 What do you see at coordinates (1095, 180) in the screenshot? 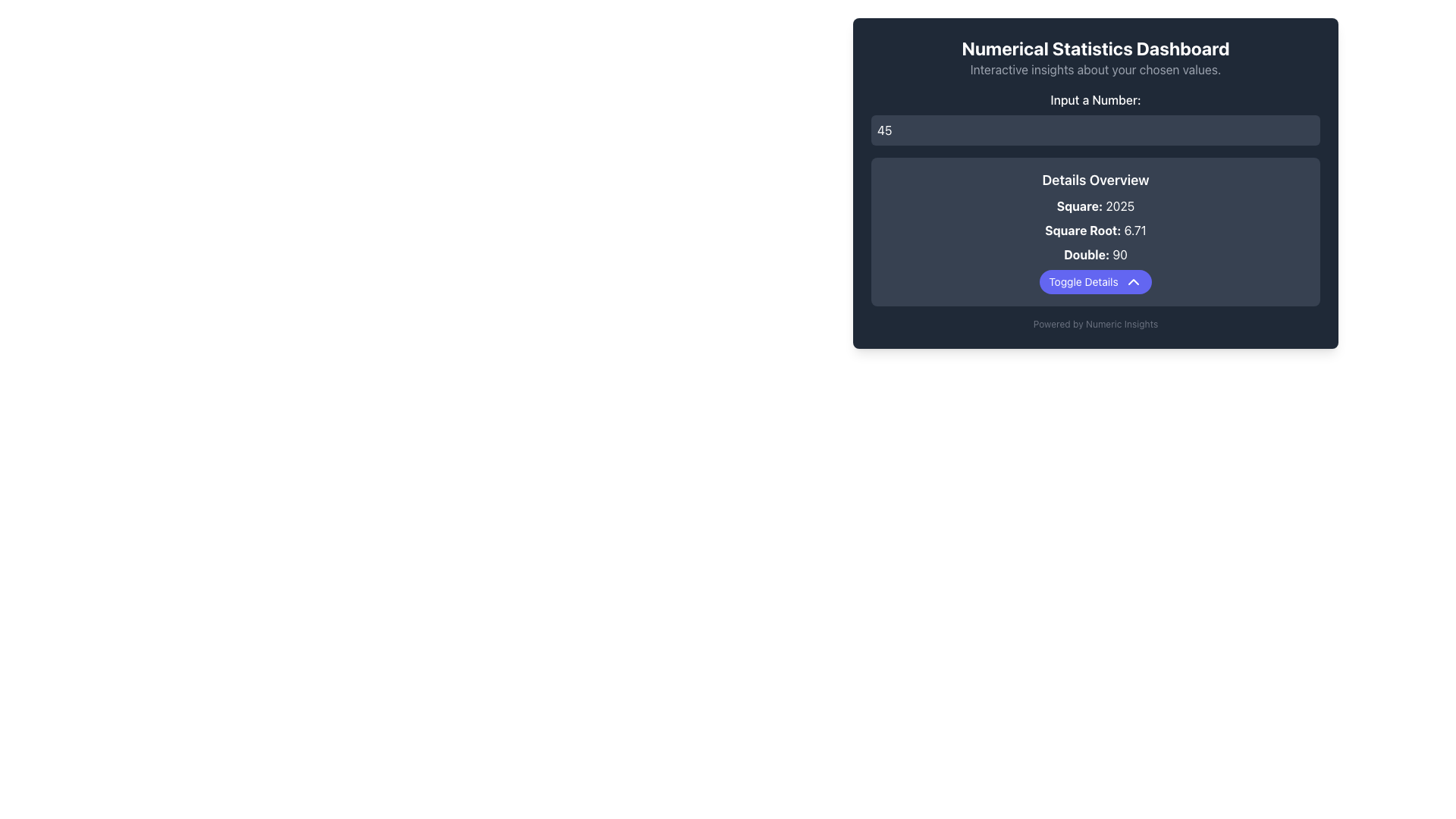
I see `the static text label at the top of the detailed information box in the dashboard, which serves as a header for the section` at bounding box center [1095, 180].